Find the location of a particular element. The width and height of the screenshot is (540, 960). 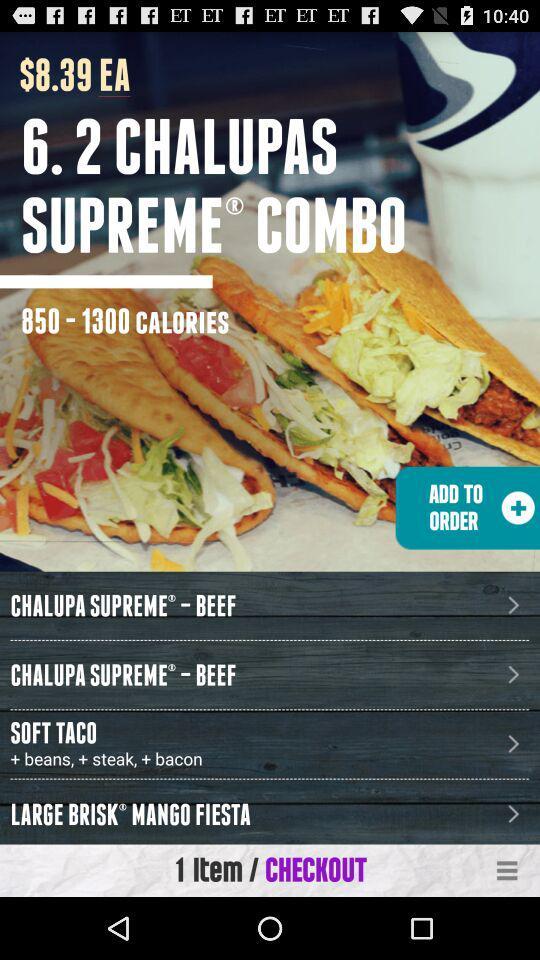

the menu icon is located at coordinates (507, 931).